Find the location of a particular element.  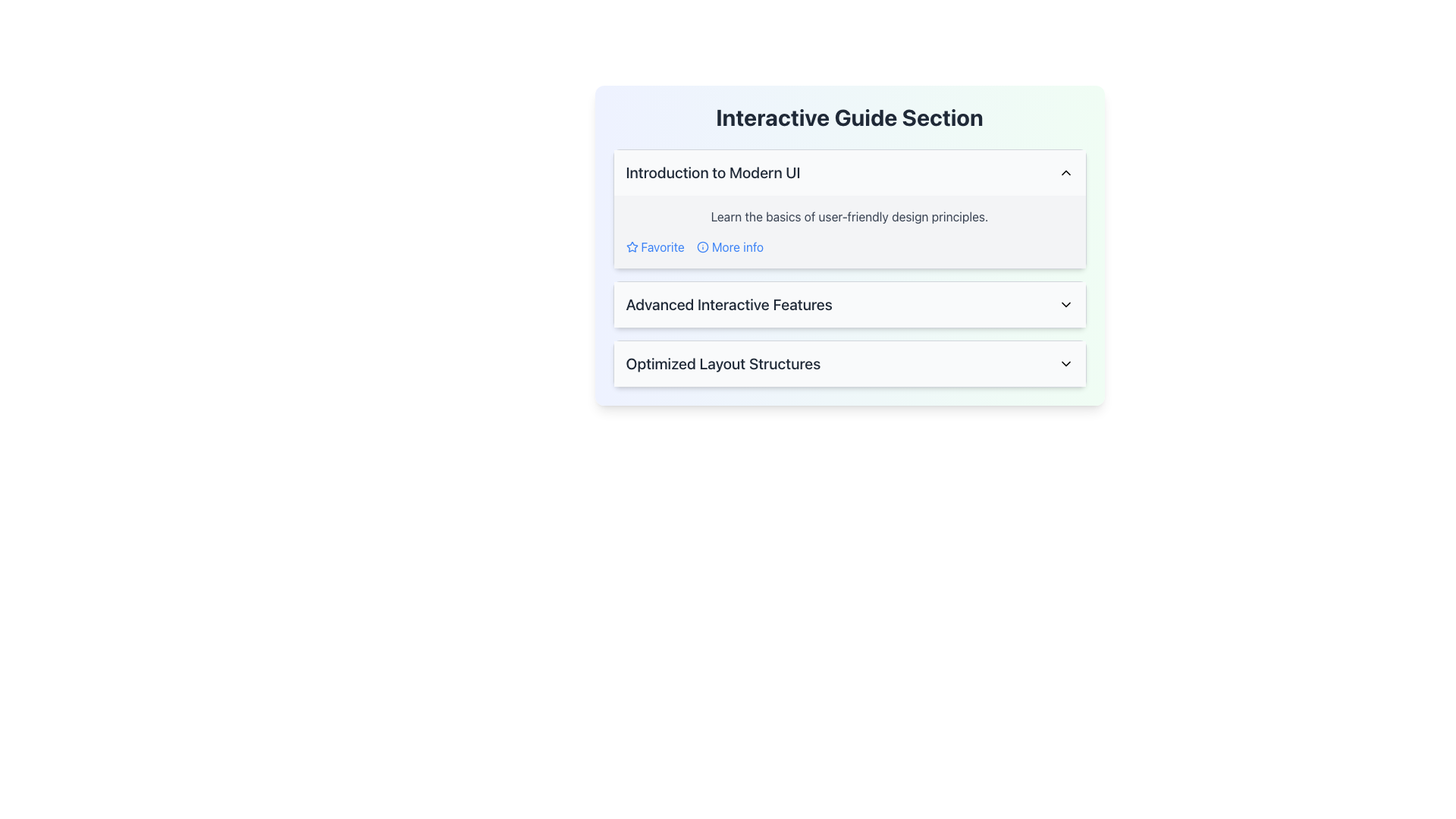

the static text element providing context in the 'Introduction to Modern UI' section, positioned above the 'Favorite' and 'More info' links is located at coordinates (849, 216).